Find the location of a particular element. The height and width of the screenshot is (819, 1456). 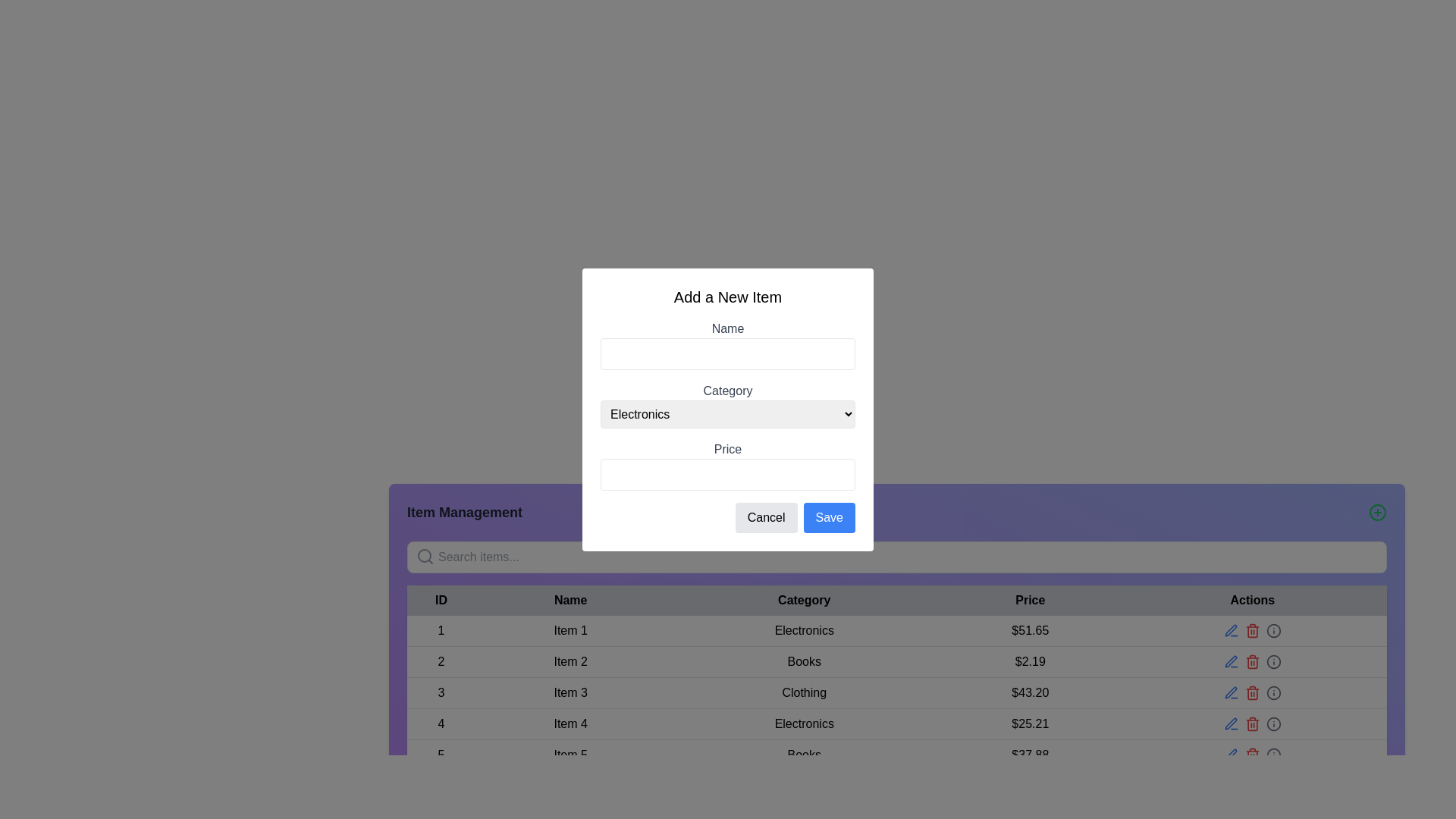

the circular component of the magnifying glass icon located at the far left end inside the search text input field in the 'Item Management' section is located at coordinates (425, 555).